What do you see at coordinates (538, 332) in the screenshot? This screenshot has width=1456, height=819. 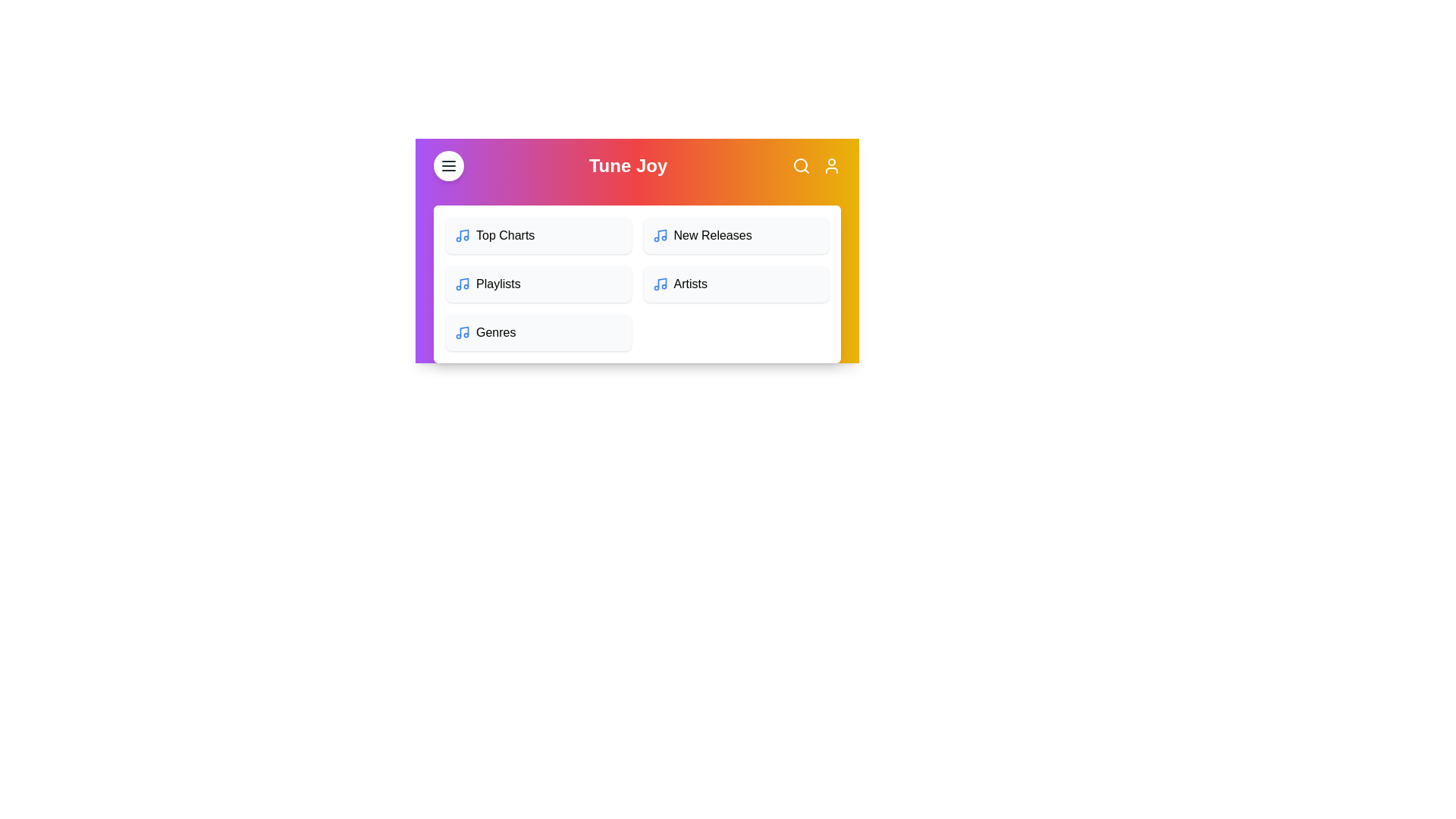 I see `the menu item Genres to navigate` at bounding box center [538, 332].